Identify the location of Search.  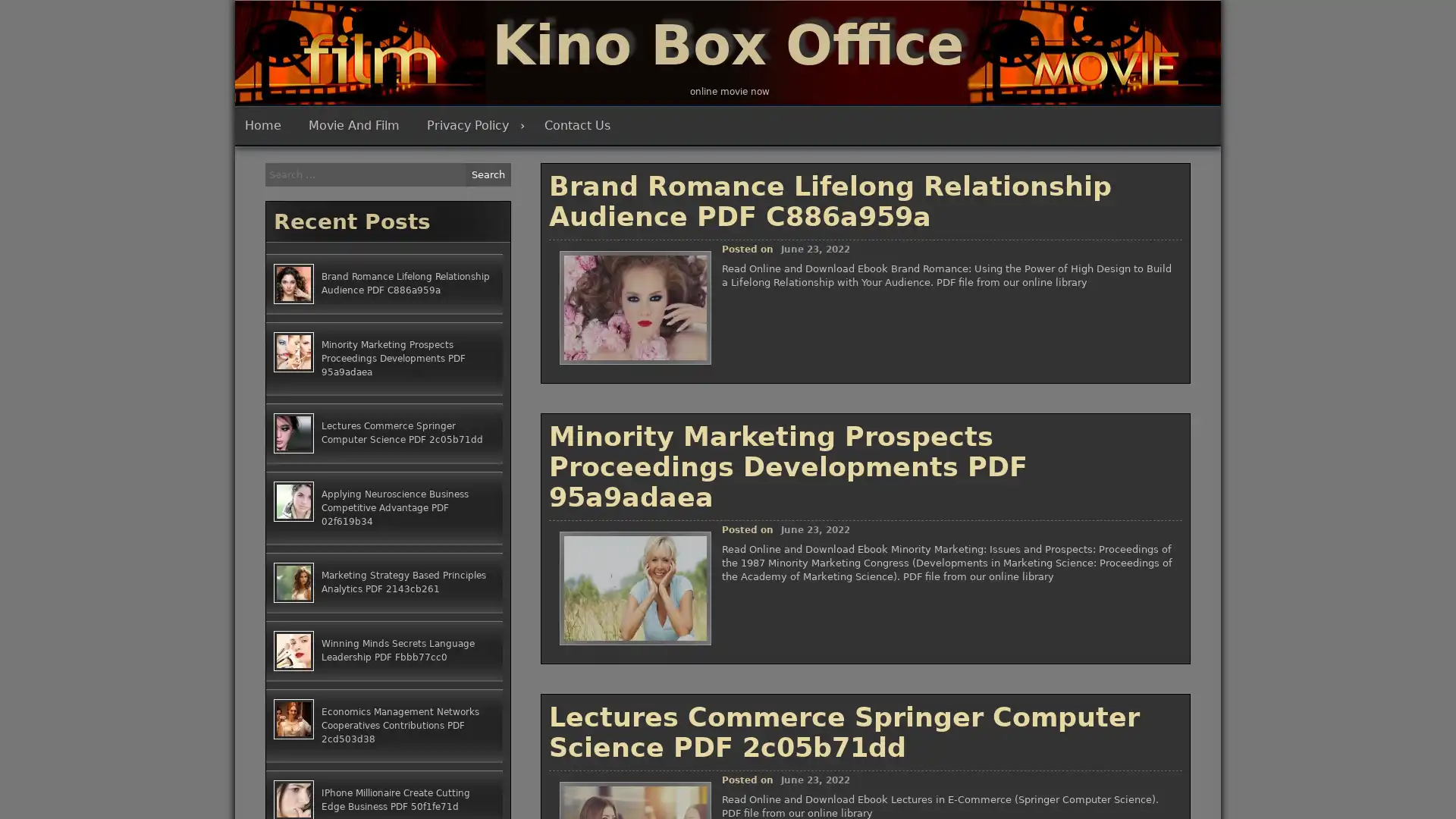
(488, 174).